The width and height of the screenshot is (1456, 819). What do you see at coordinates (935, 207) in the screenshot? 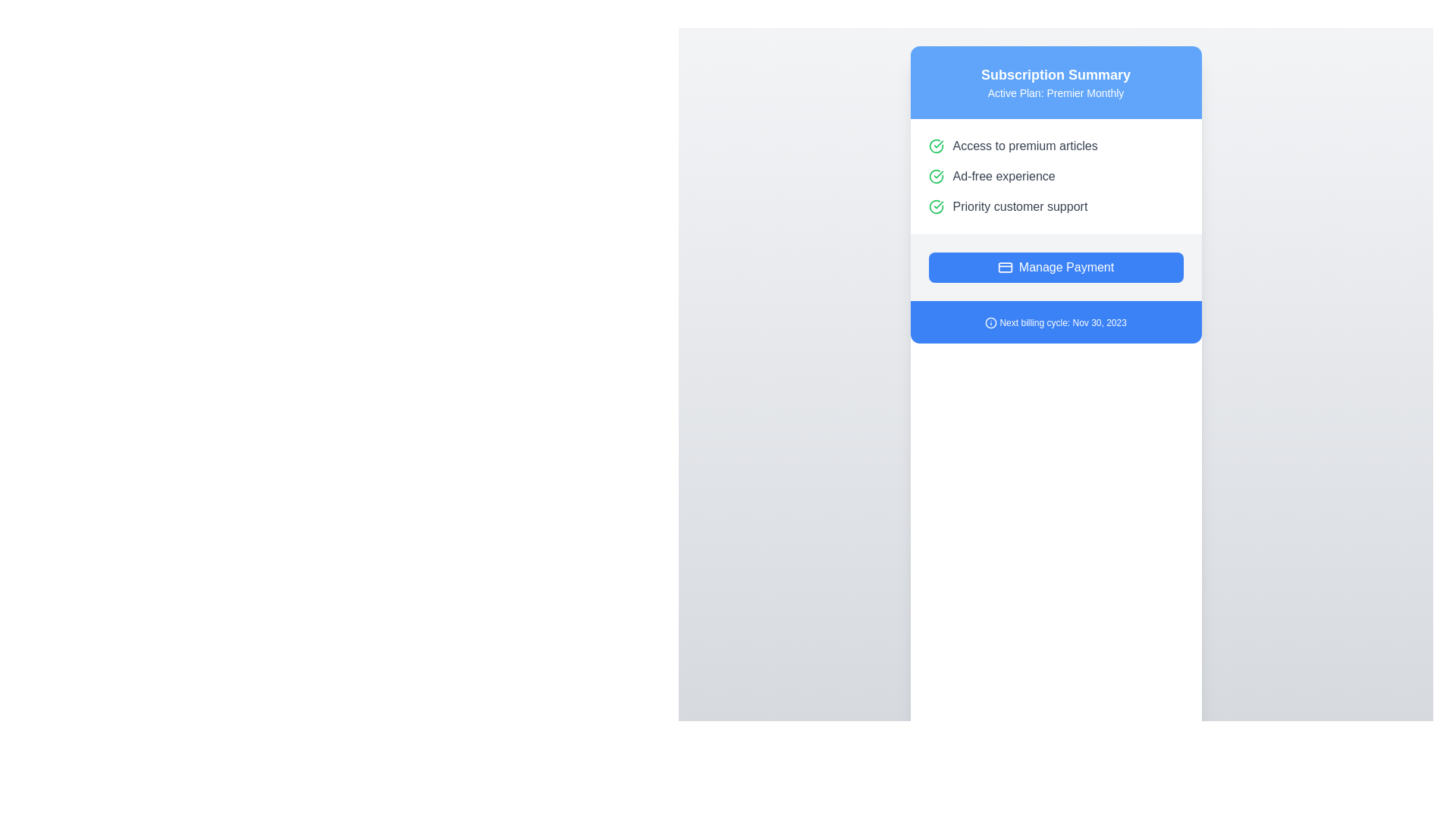
I see `the green circular icon with a check mark located next to the text 'Priority customer support' in the subscription summary card's third item` at bounding box center [935, 207].